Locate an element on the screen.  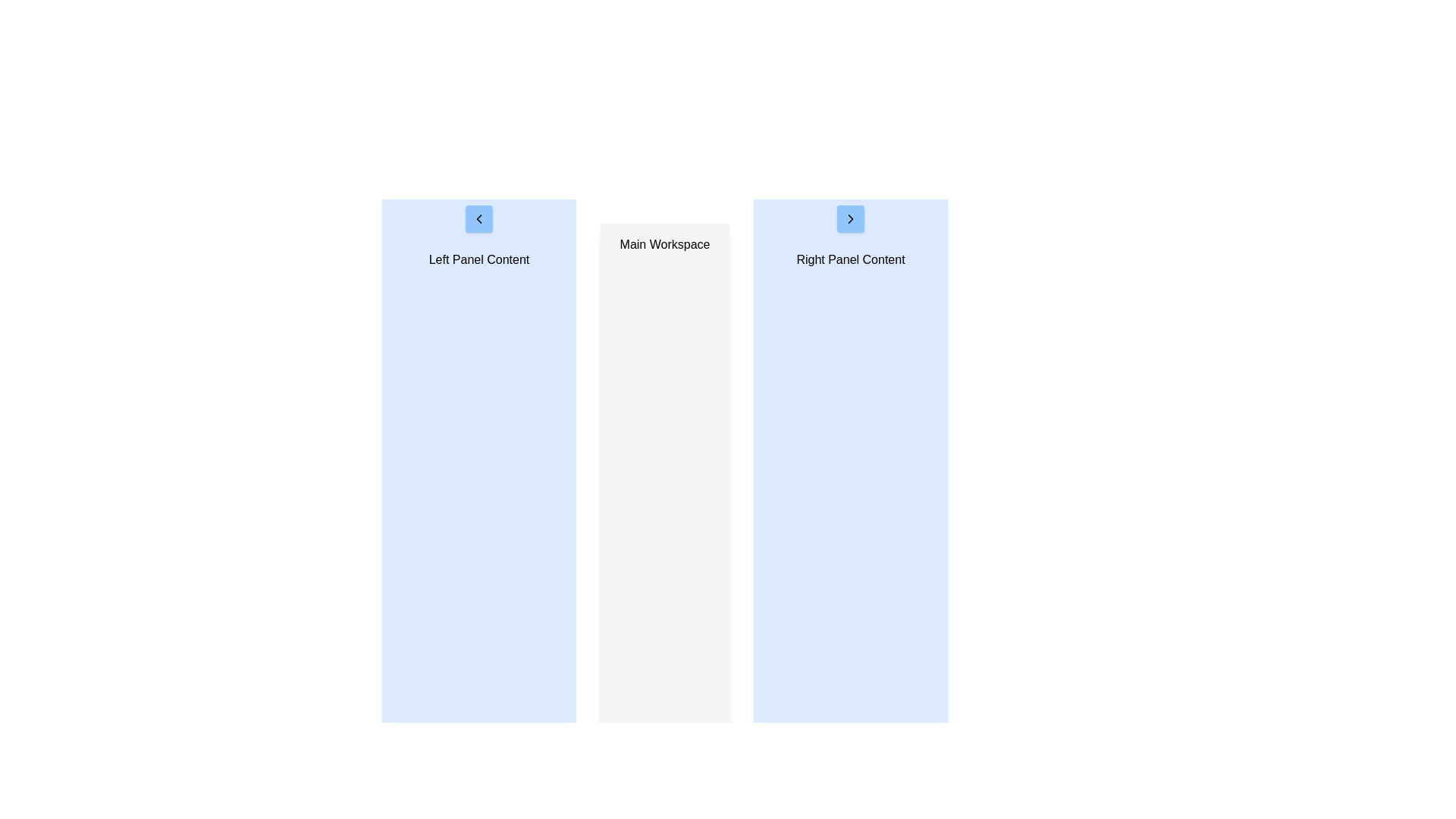
the right-facing chevron button located in the top-right corner of the right panel is located at coordinates (851, 219).